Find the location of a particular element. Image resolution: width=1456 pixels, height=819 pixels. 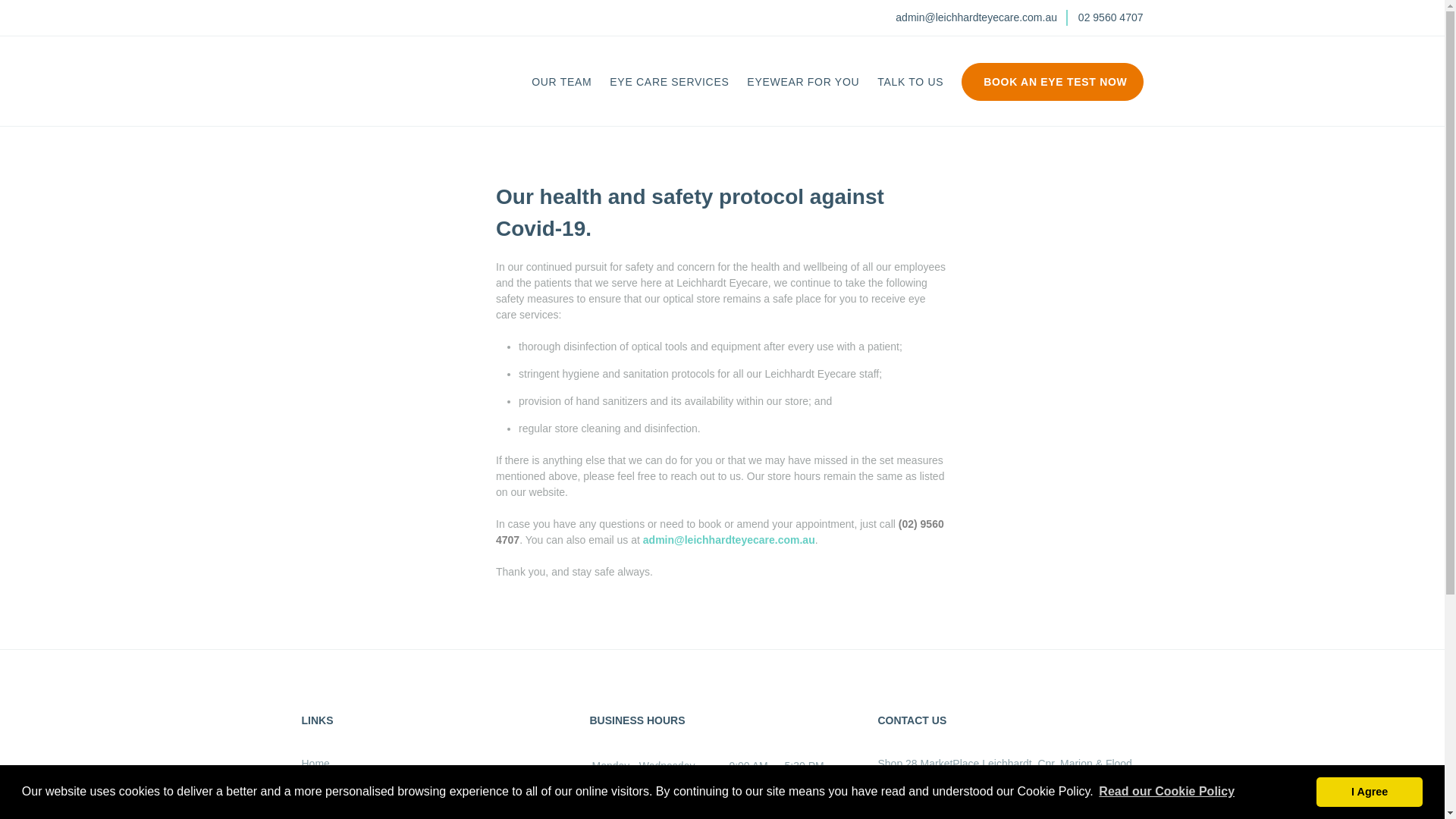

'I Agree' is located at coordinates (1369, 791).